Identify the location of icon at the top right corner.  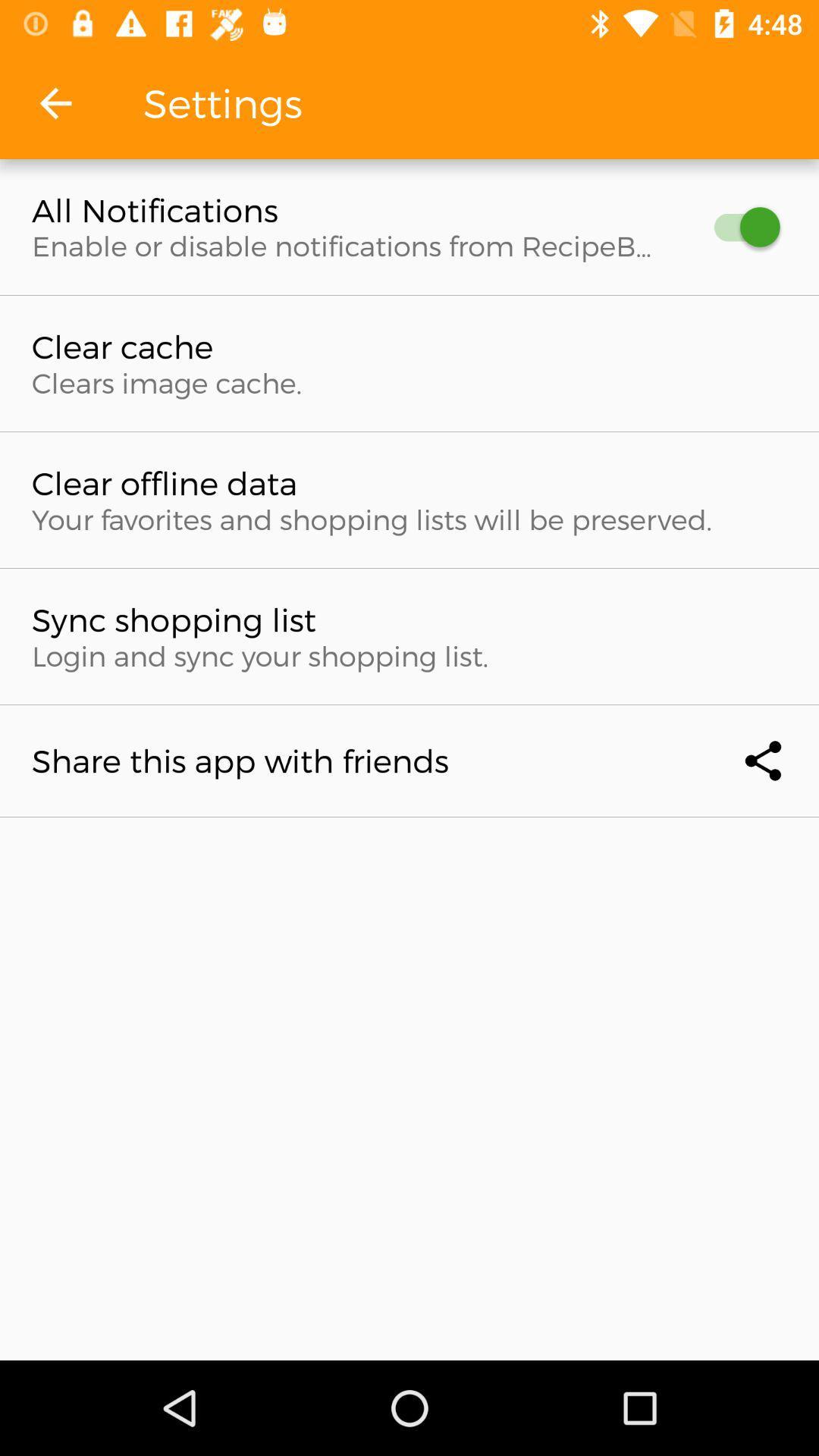
(739, 226).